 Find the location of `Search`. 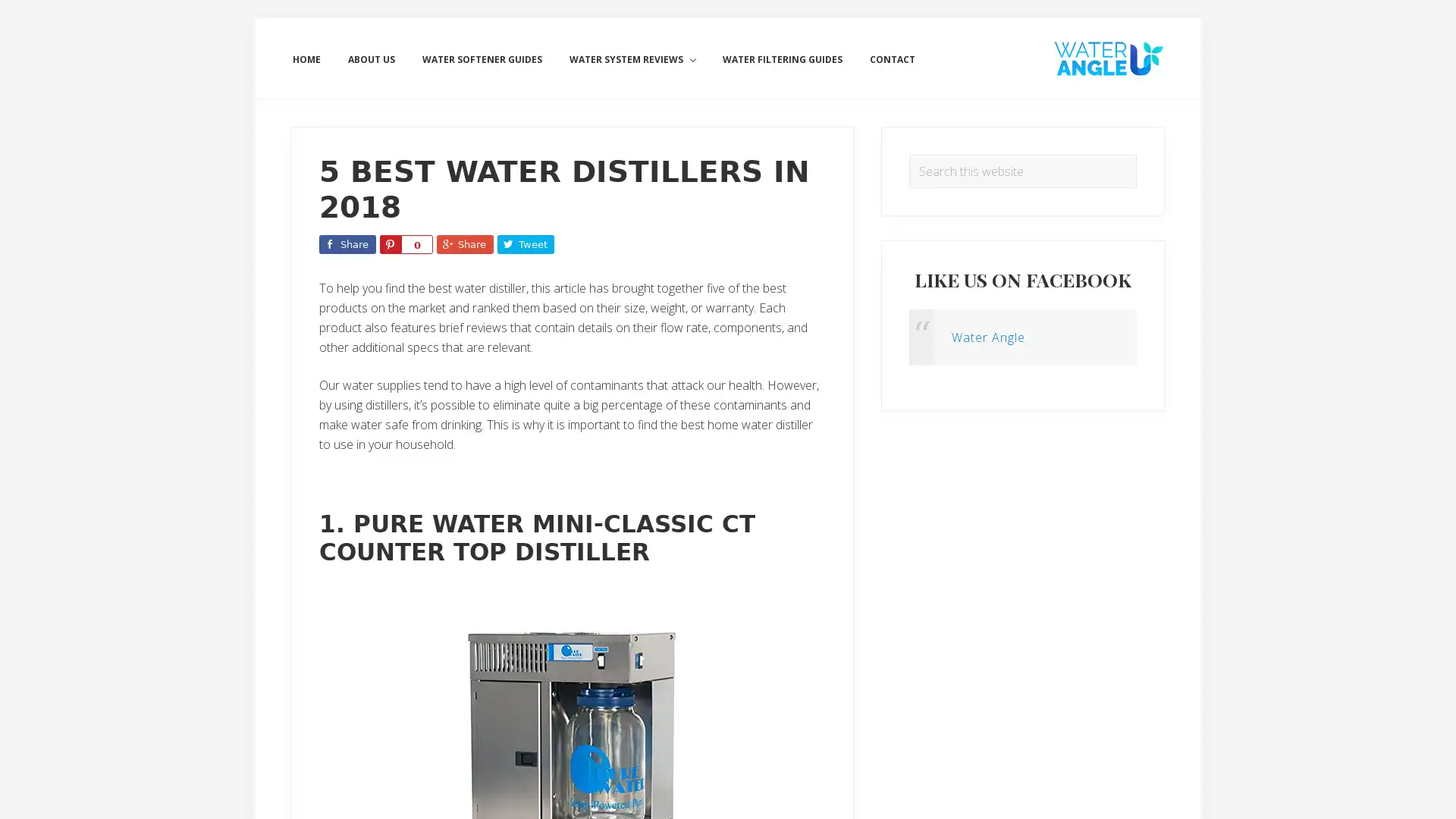

Search is located at coordinates (1136, 154).